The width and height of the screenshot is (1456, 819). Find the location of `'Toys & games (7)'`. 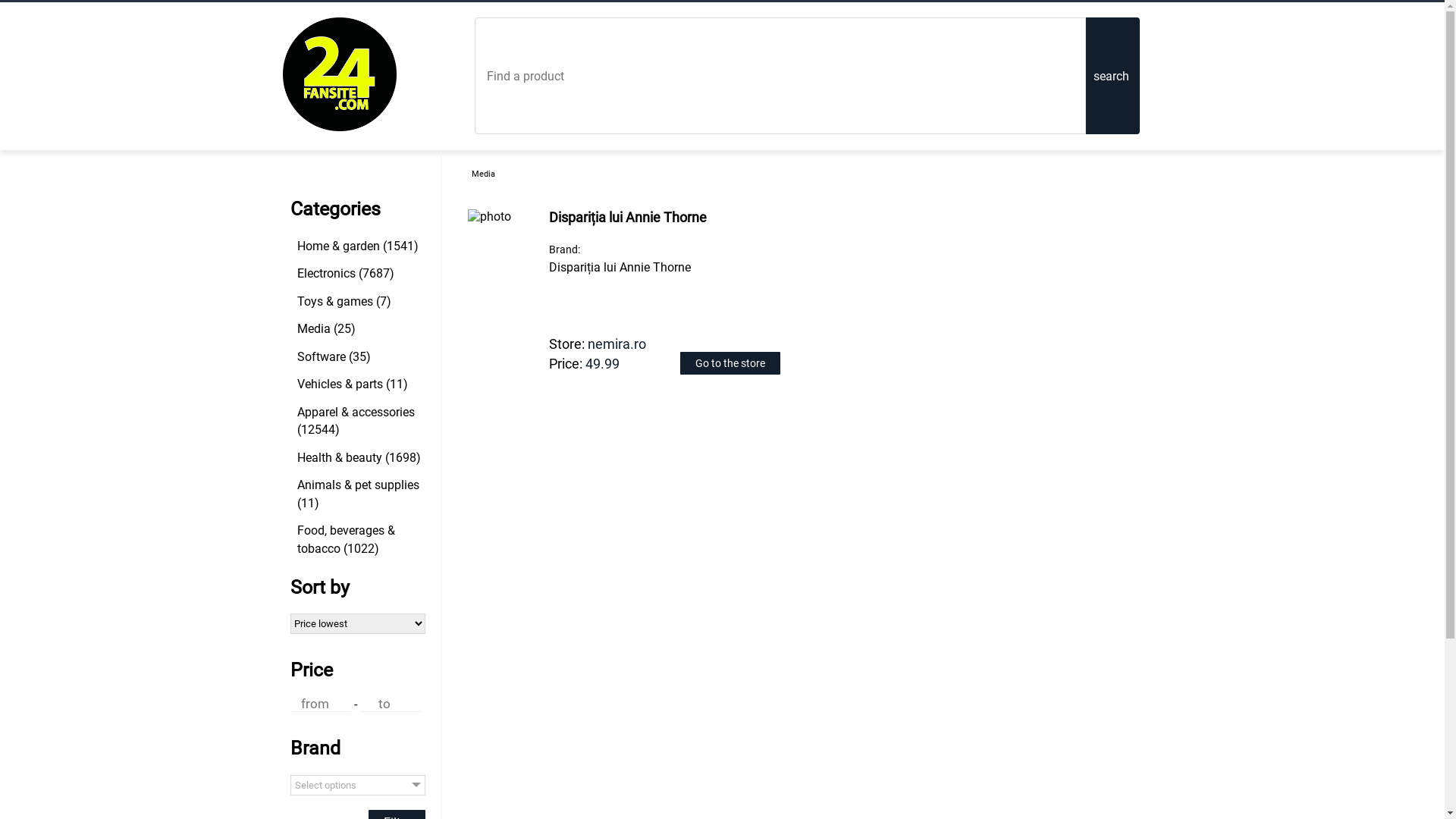

'Toys & games (7)' is located at coordinates (359, 301).